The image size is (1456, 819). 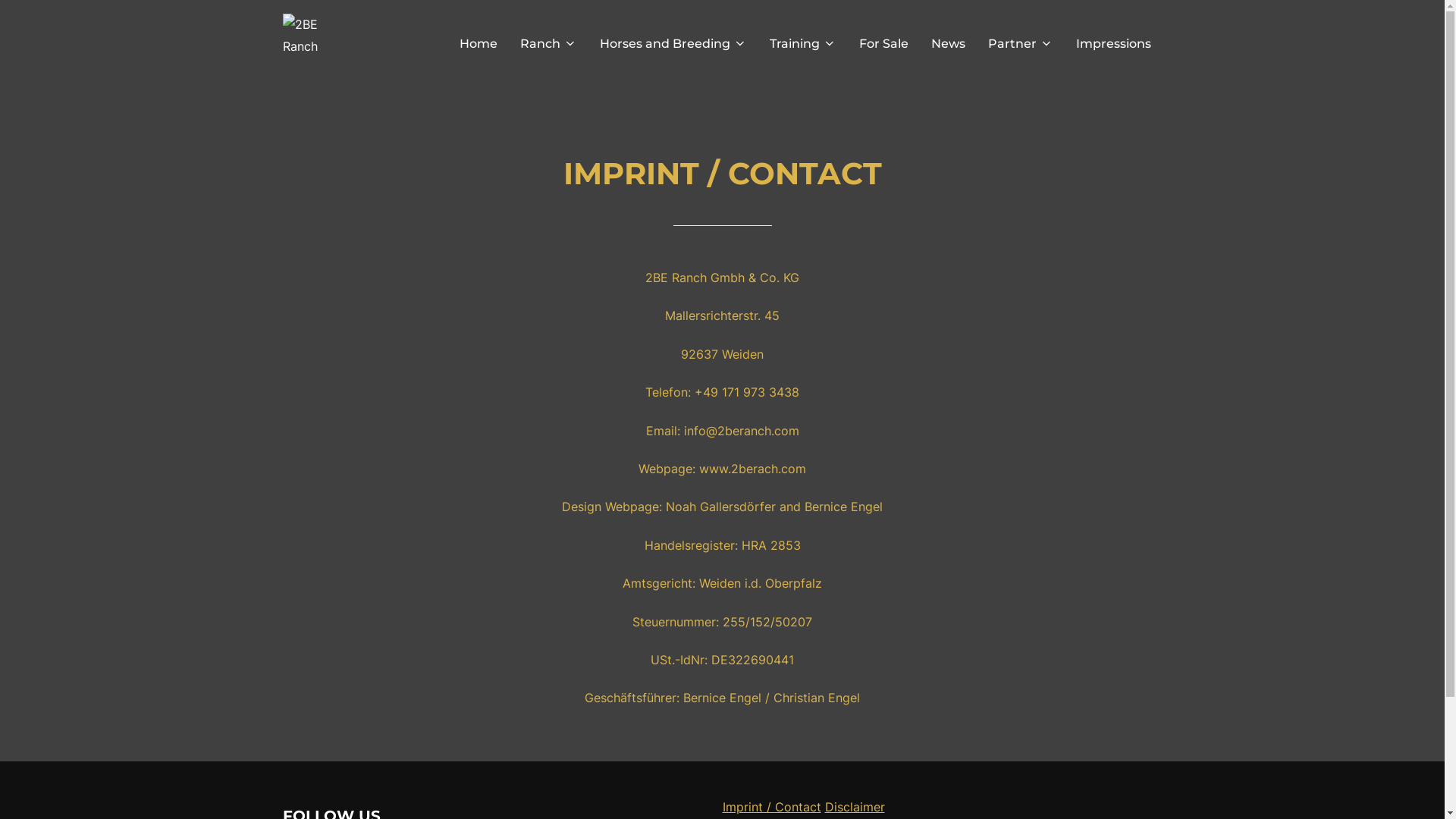 What do you see at coordinates (1112, 42) in the screenshot?
I see `'Impressions'` at bounding box center [1112, 42].